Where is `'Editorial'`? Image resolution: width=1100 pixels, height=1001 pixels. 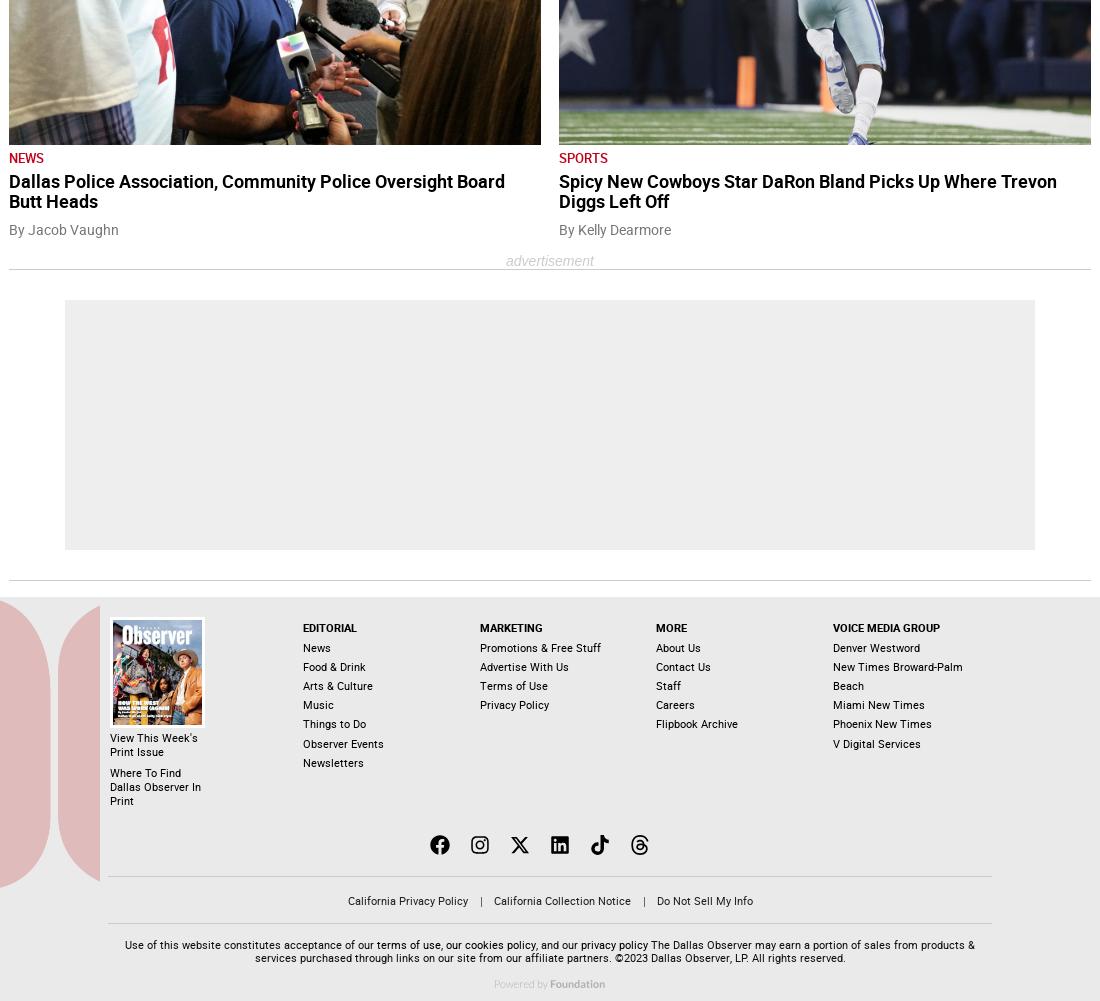 'Editorial' is located at coordinates (300, 628).